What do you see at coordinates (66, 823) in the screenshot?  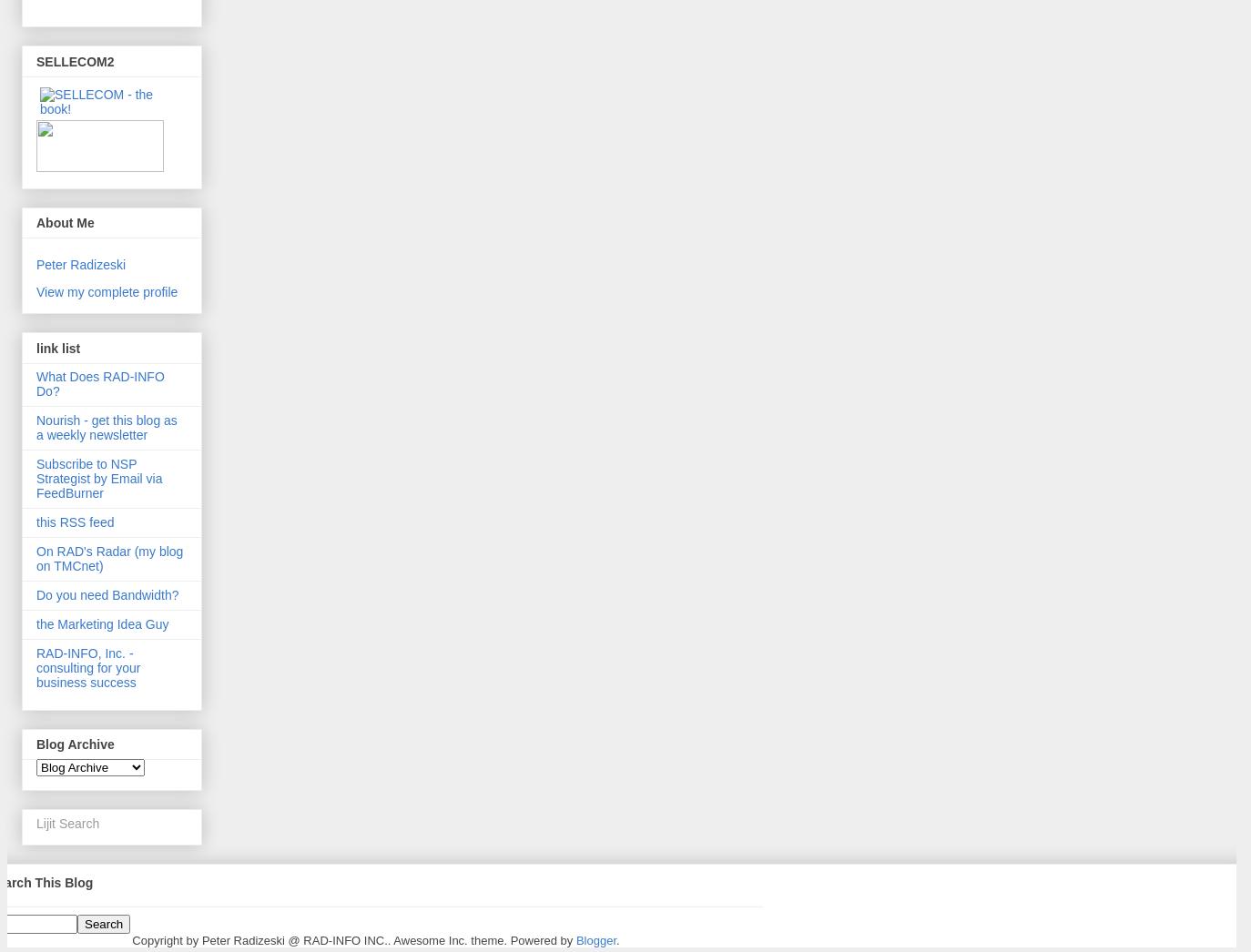 I see `'Lijit Search'` at bounding box center [66, 823].